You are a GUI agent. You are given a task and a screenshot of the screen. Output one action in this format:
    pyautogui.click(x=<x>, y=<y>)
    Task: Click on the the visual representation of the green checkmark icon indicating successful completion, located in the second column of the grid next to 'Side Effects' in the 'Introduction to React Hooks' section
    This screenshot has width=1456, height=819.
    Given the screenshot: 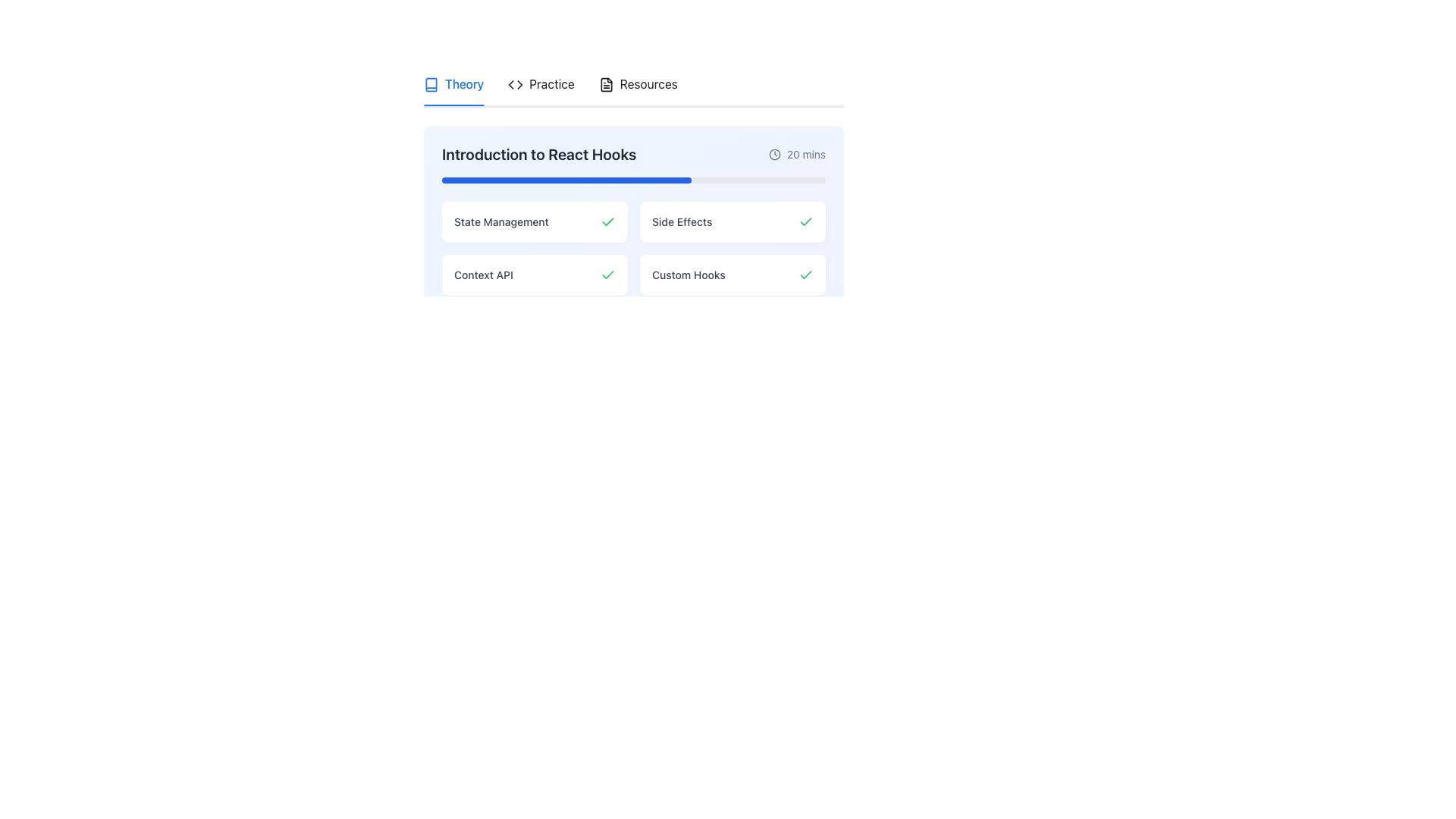 What is the action you would take?
    pyautogui.click(x=607, y=221)
    